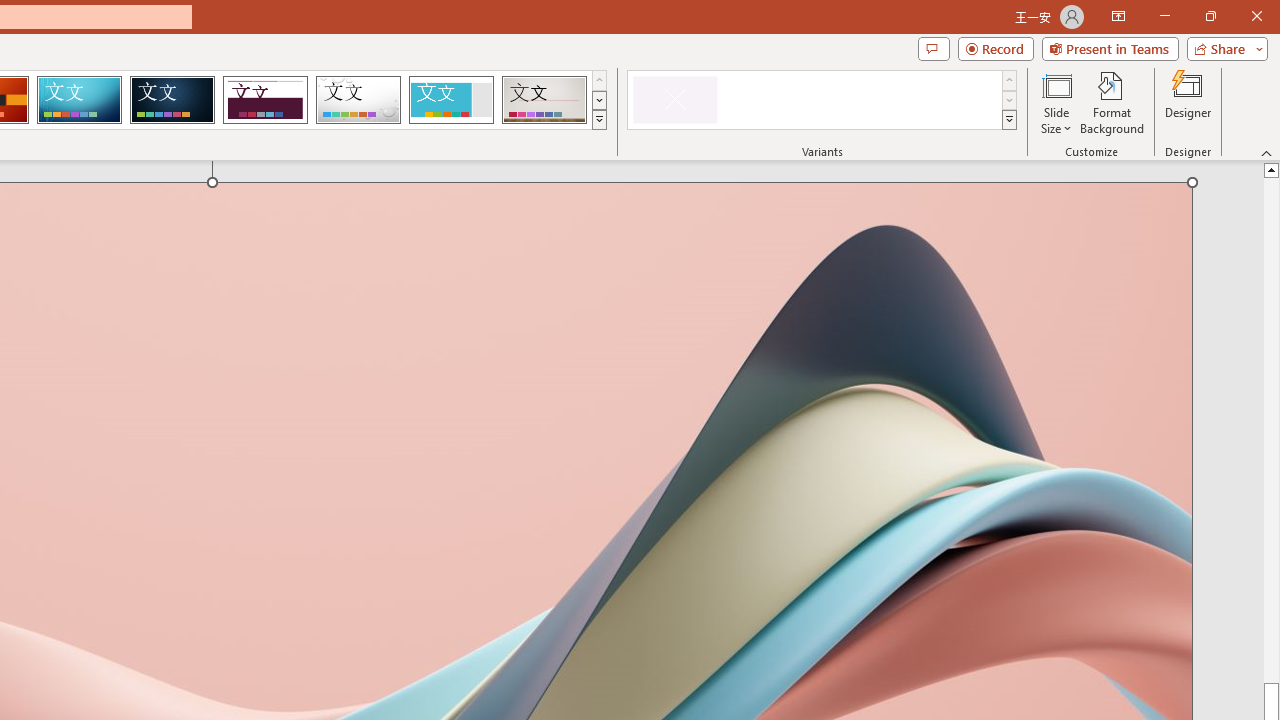  I want to click on 'Damask', so click(172, 100).